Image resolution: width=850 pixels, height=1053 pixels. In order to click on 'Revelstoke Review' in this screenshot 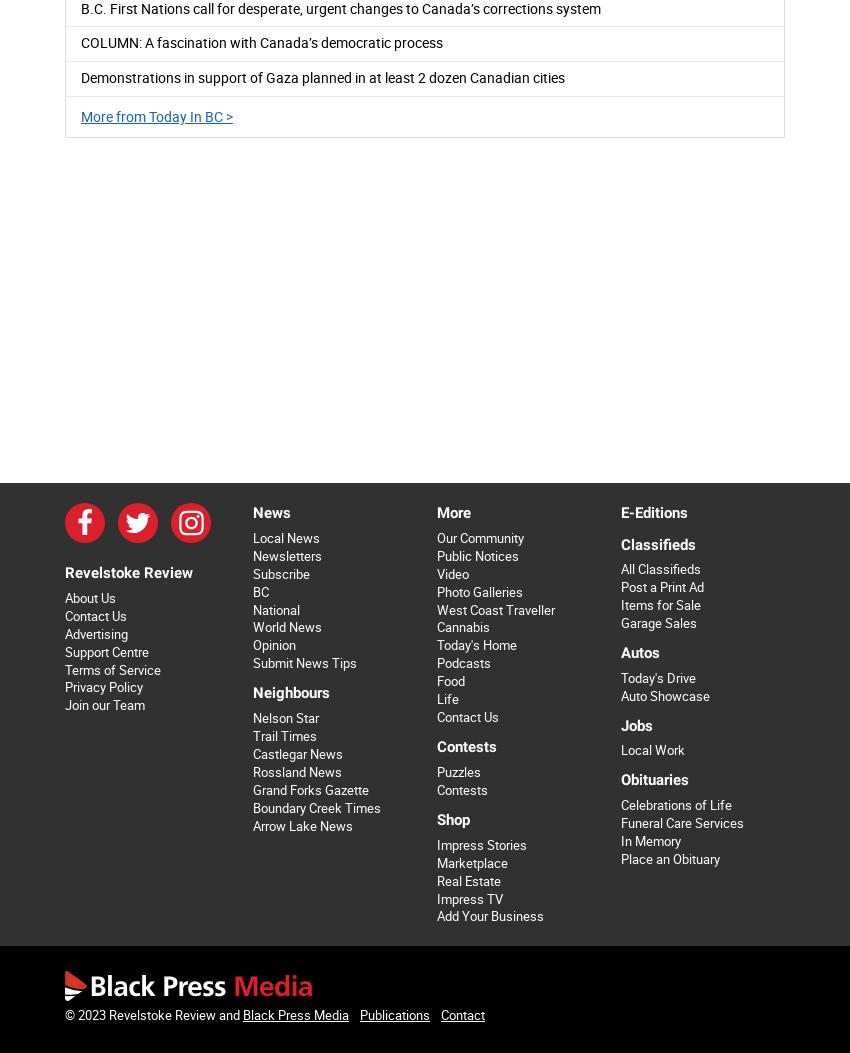, I will do `click(129, 570)`.